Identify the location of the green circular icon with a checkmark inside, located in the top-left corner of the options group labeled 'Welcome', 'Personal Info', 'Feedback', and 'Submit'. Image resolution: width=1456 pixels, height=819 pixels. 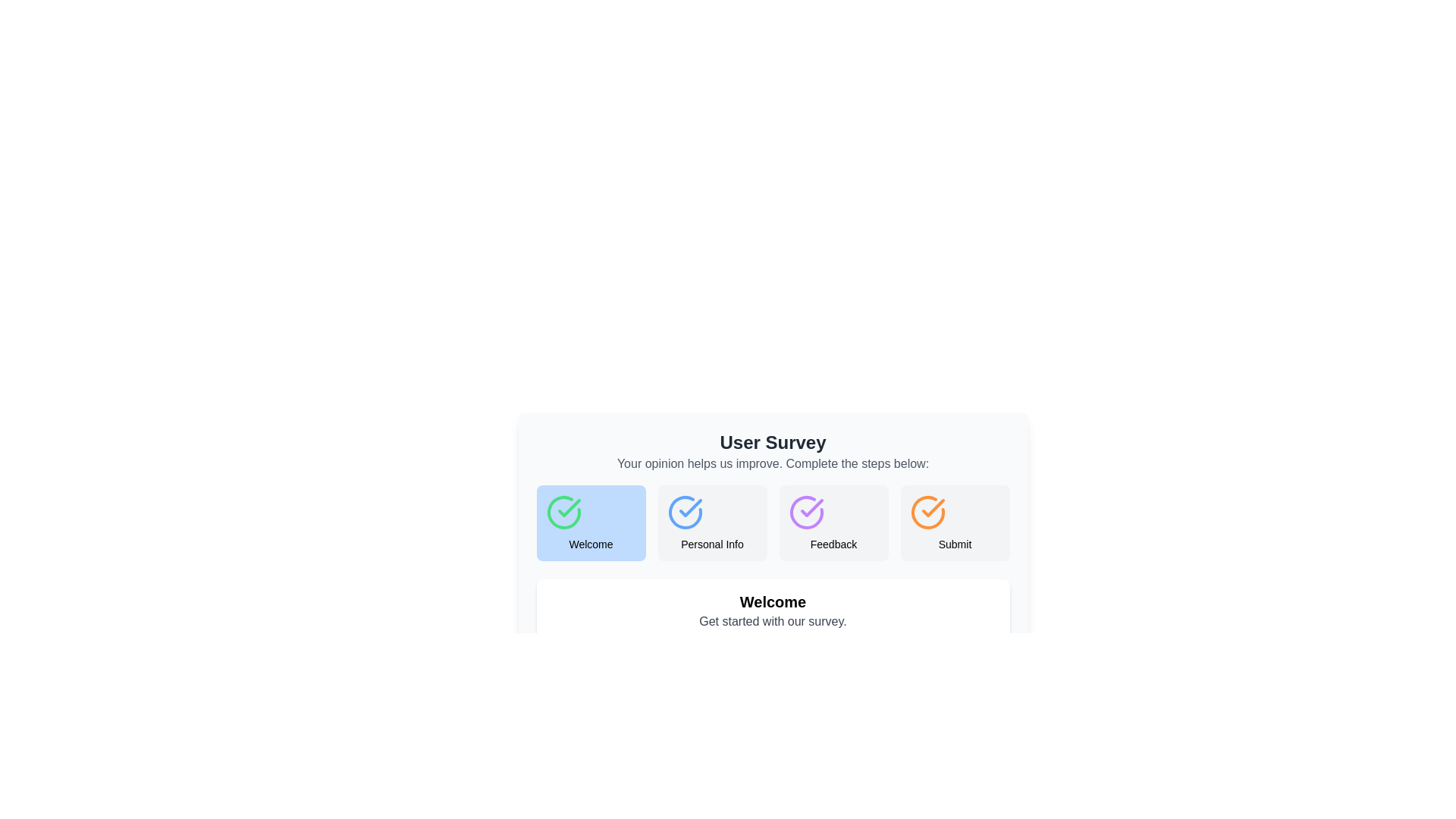
(563, 512).